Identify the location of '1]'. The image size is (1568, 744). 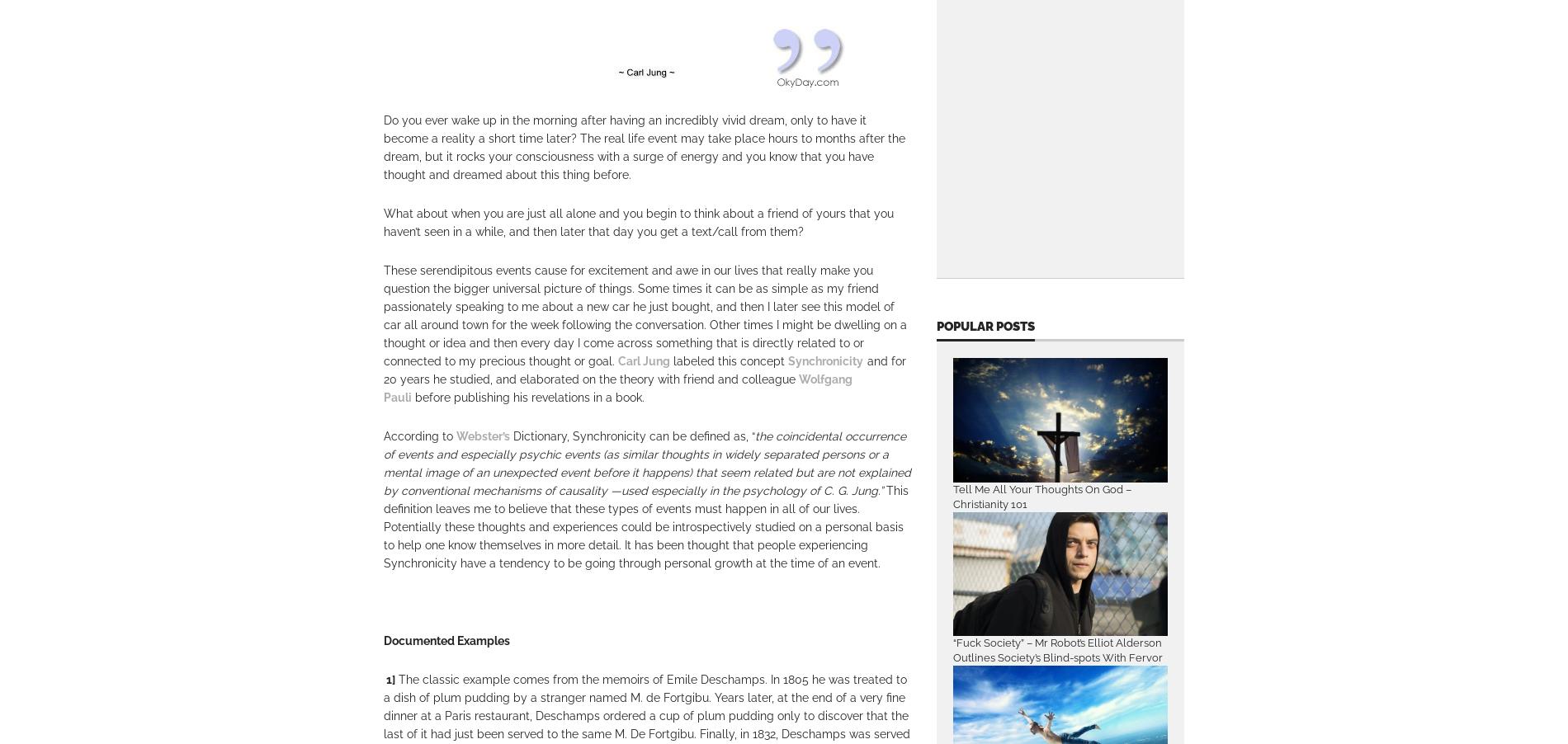
(388, 678).